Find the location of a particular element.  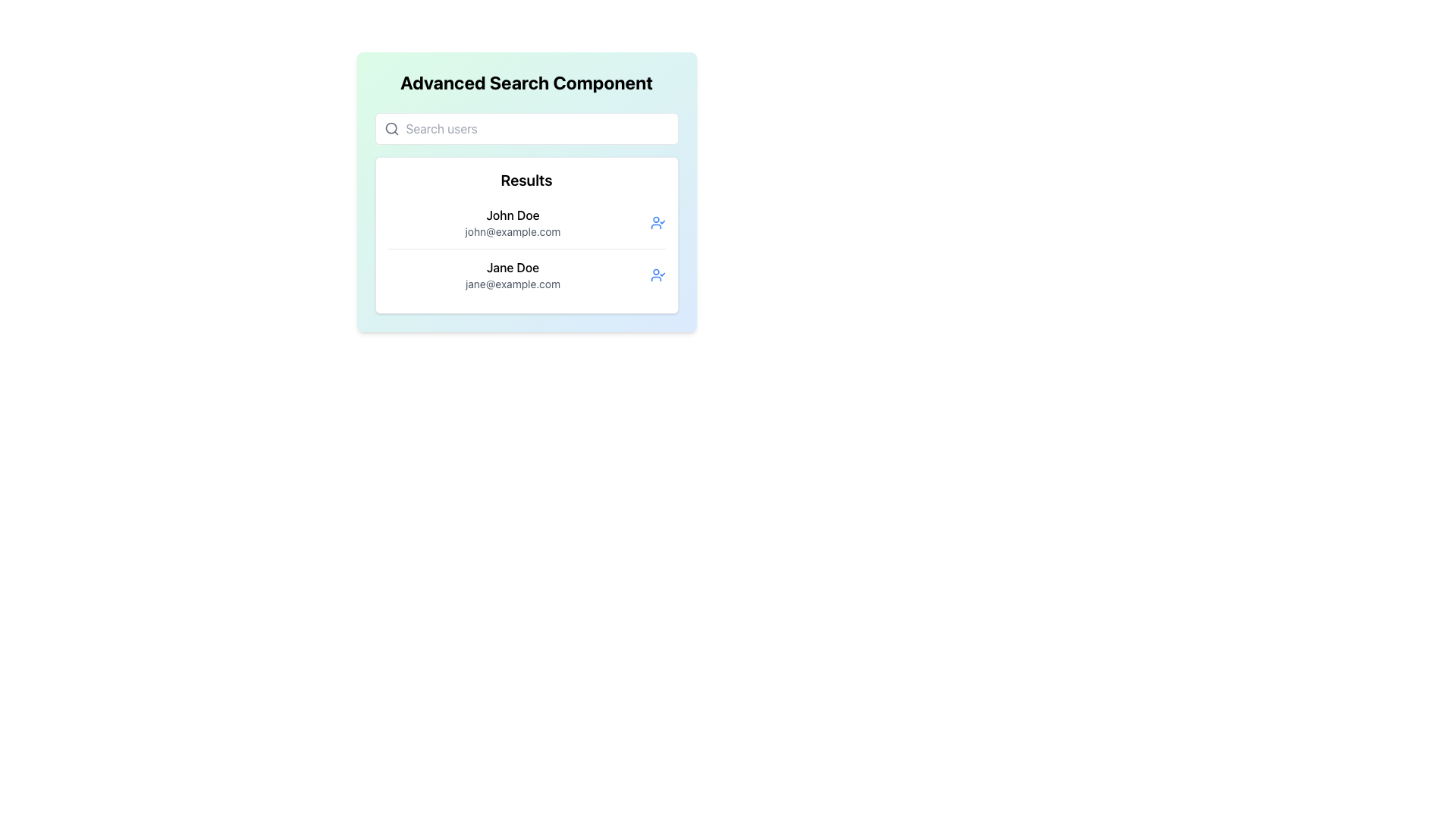

the search bar located within the 'Advanced Search Component' card is located at coordinates (526, 127).